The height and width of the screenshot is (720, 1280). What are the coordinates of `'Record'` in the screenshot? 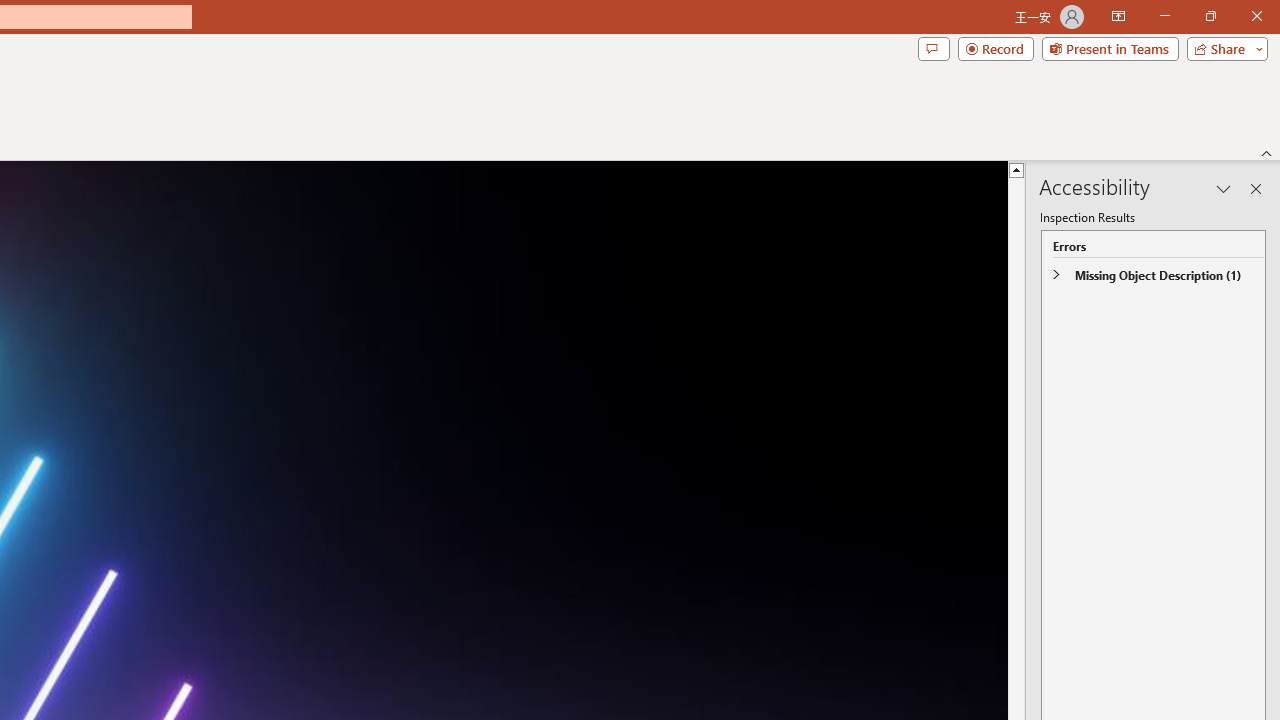 It's located at (995, 47).